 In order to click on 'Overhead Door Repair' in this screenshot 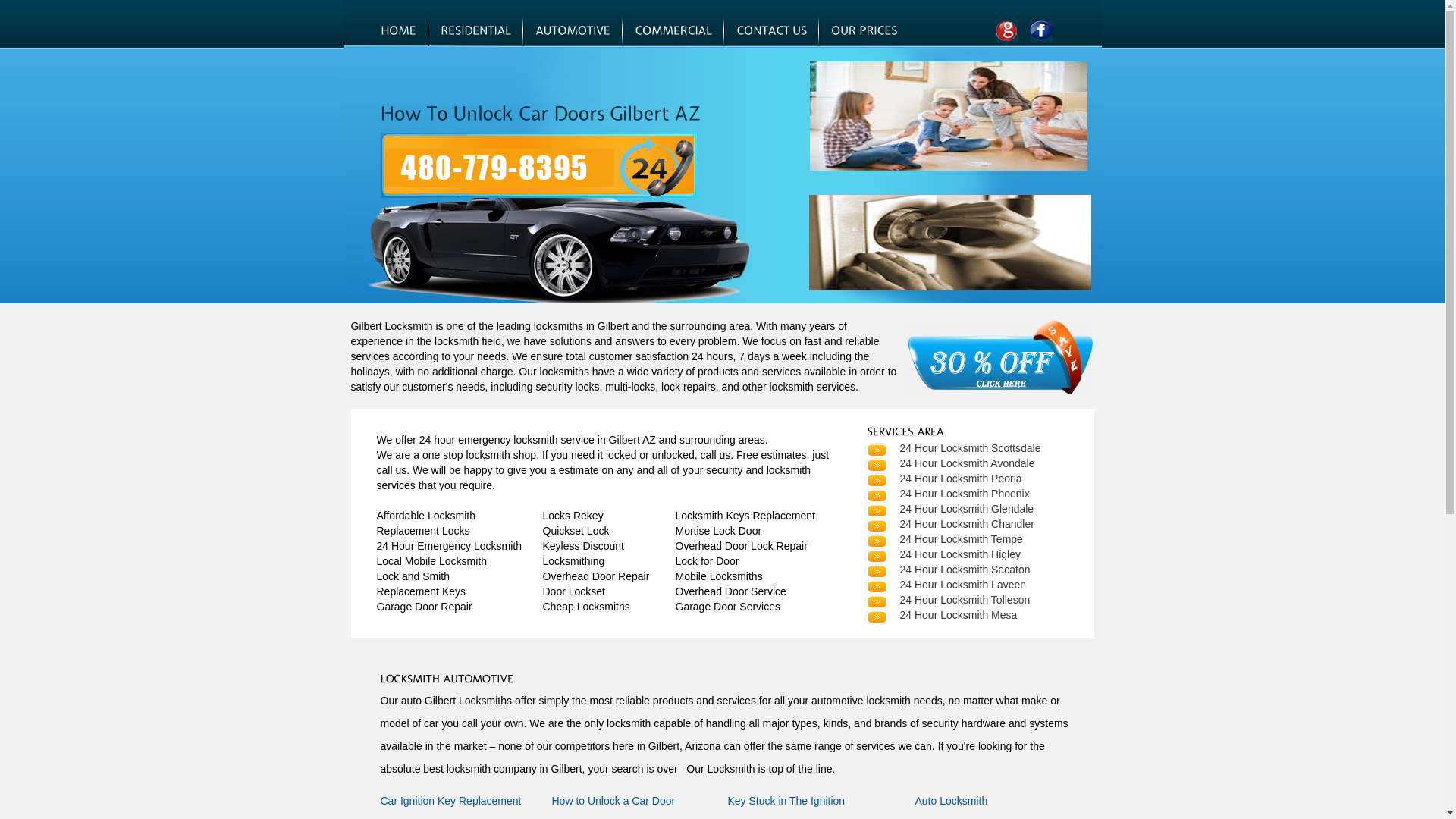, I will do `click(595, 576)`.